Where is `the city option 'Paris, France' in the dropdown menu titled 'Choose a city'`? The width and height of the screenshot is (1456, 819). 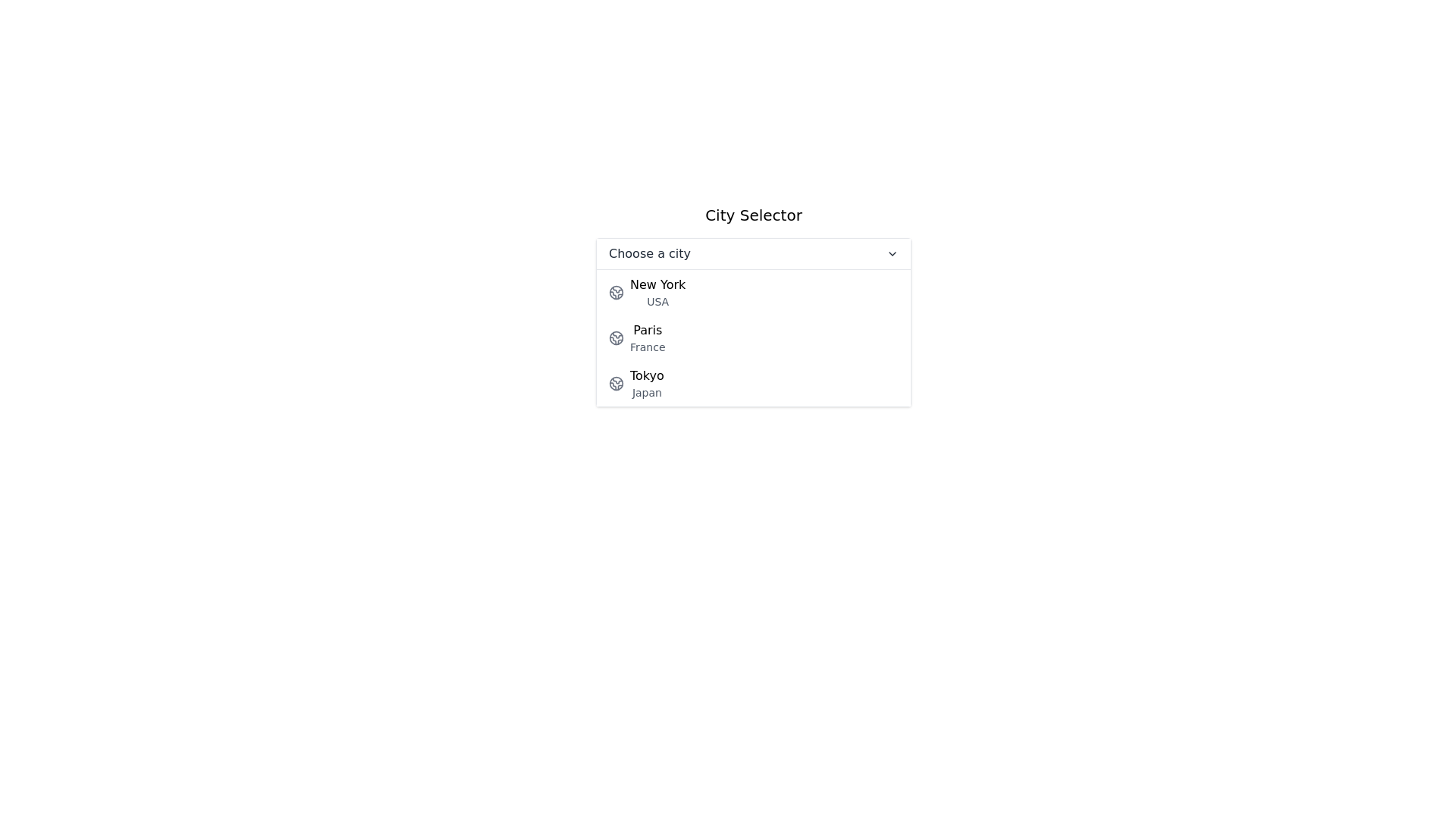 the city option 'Paris, France' in the dropdown menu titled 'Choose a city' is located at coordinates (753, 337).